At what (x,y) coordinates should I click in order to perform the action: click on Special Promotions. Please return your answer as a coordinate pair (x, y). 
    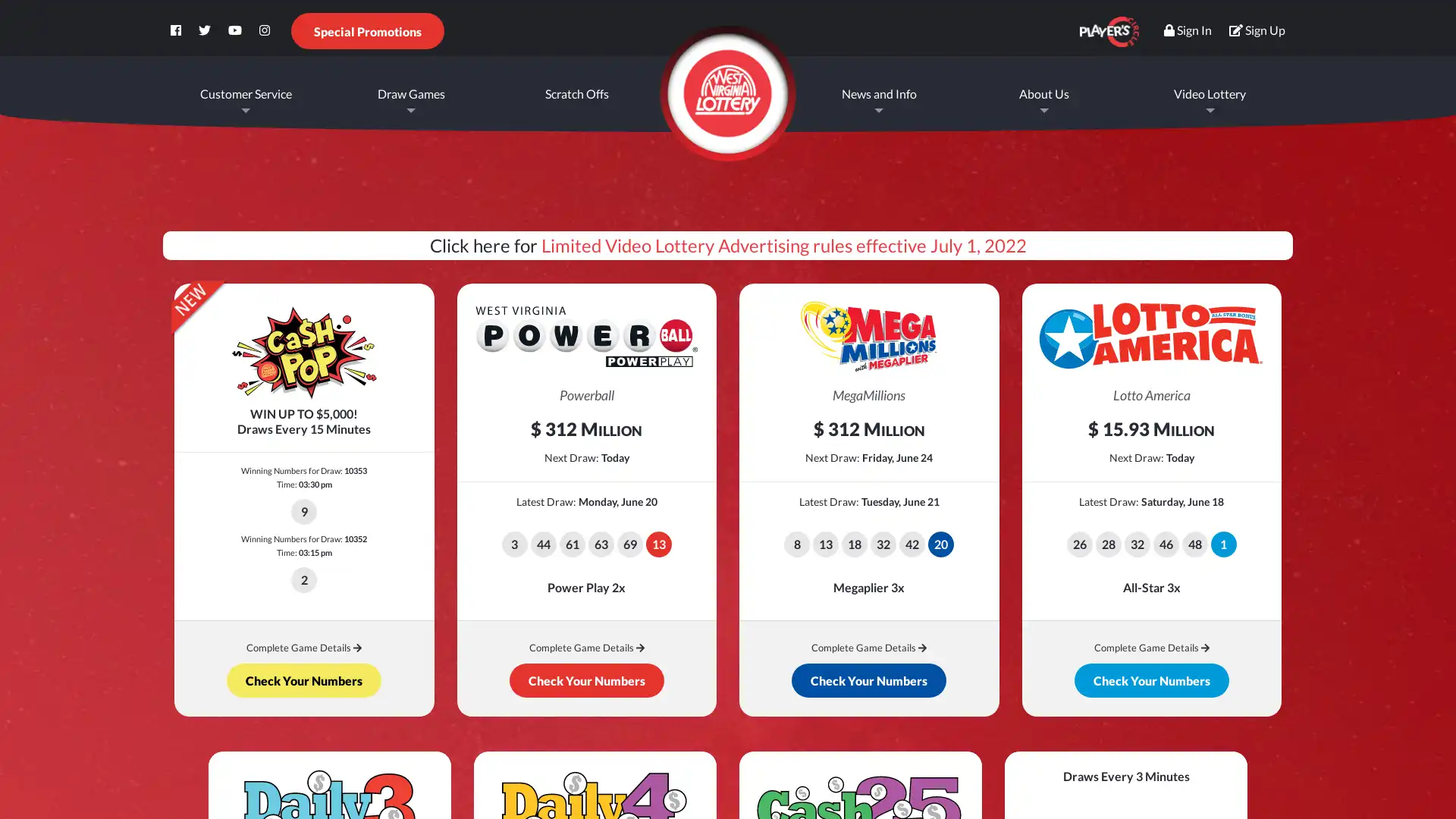
    Looking at the image, I should click on (367, 31).